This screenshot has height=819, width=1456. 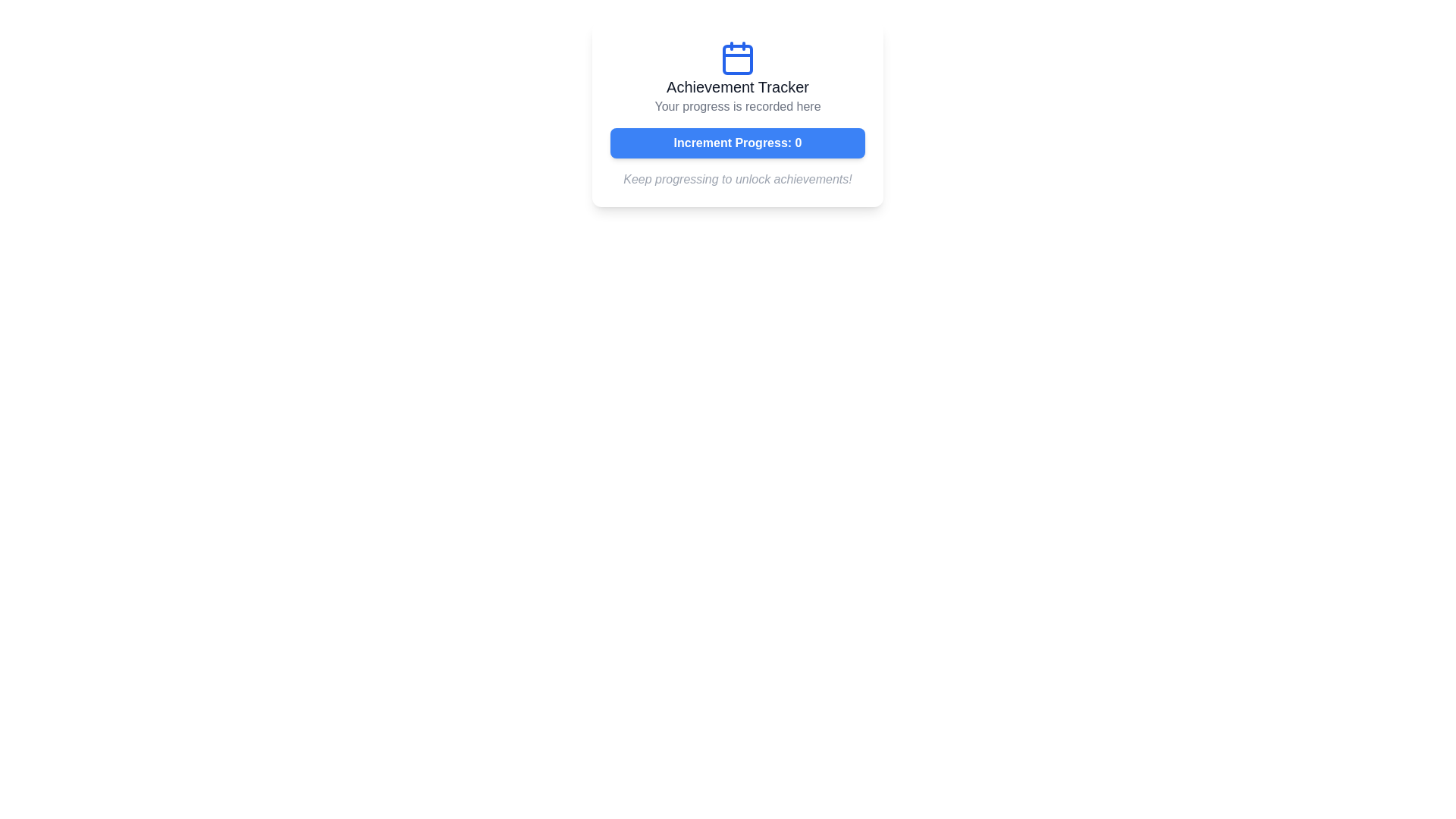 I want to click on the light gray text label displaying 'Your progress is recorded here', which is centrally aligned below the 'Achievement Tracker' title, so click(x=738, y=106).